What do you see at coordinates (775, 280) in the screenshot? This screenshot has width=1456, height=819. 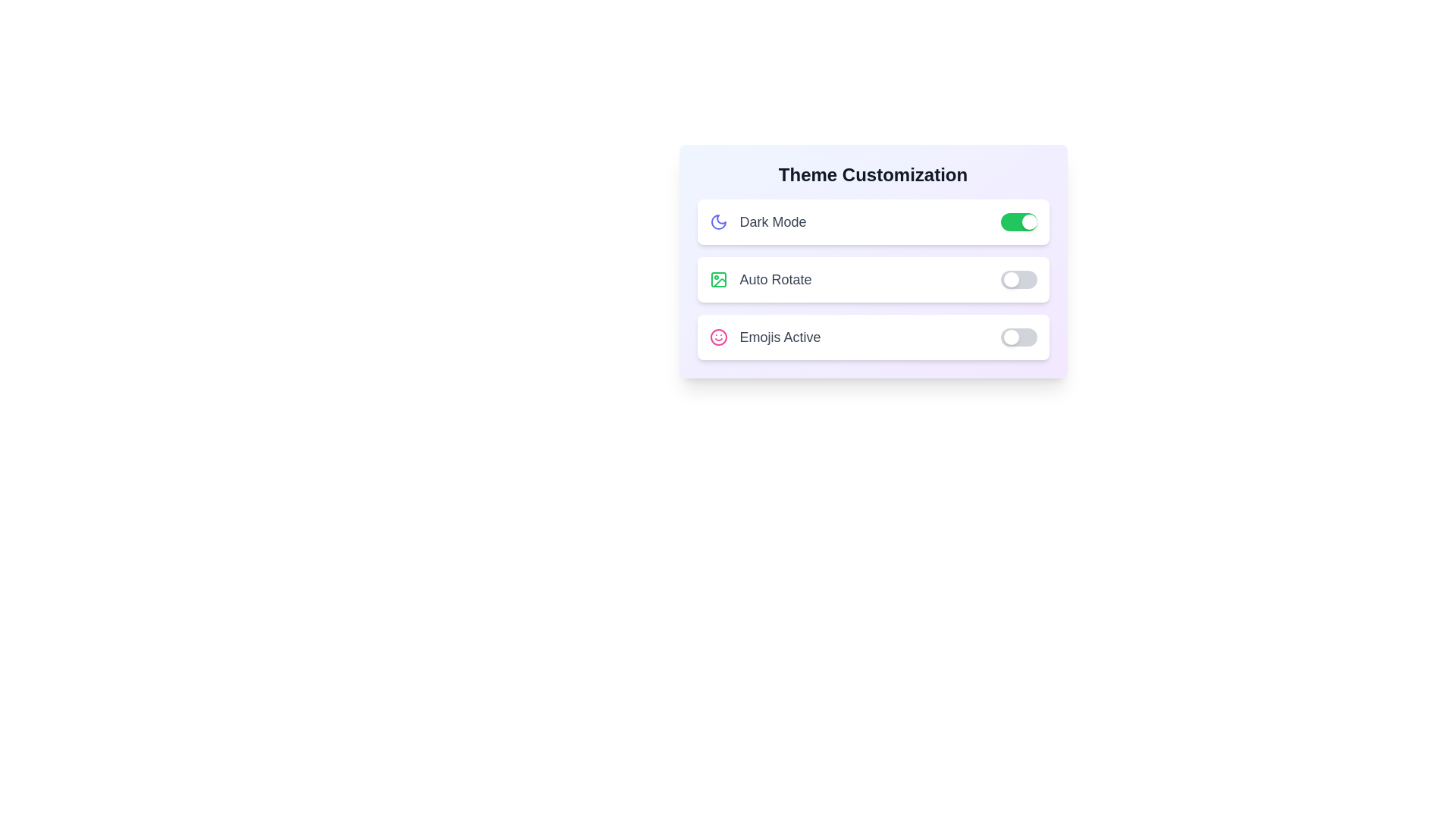 I see `the 'Auto Rotate' text label, which is gray, medium weight, and larger font size, located below the 'Dark Mode' option in the 'Theme Customization' box` at bounding box center [775, 280].